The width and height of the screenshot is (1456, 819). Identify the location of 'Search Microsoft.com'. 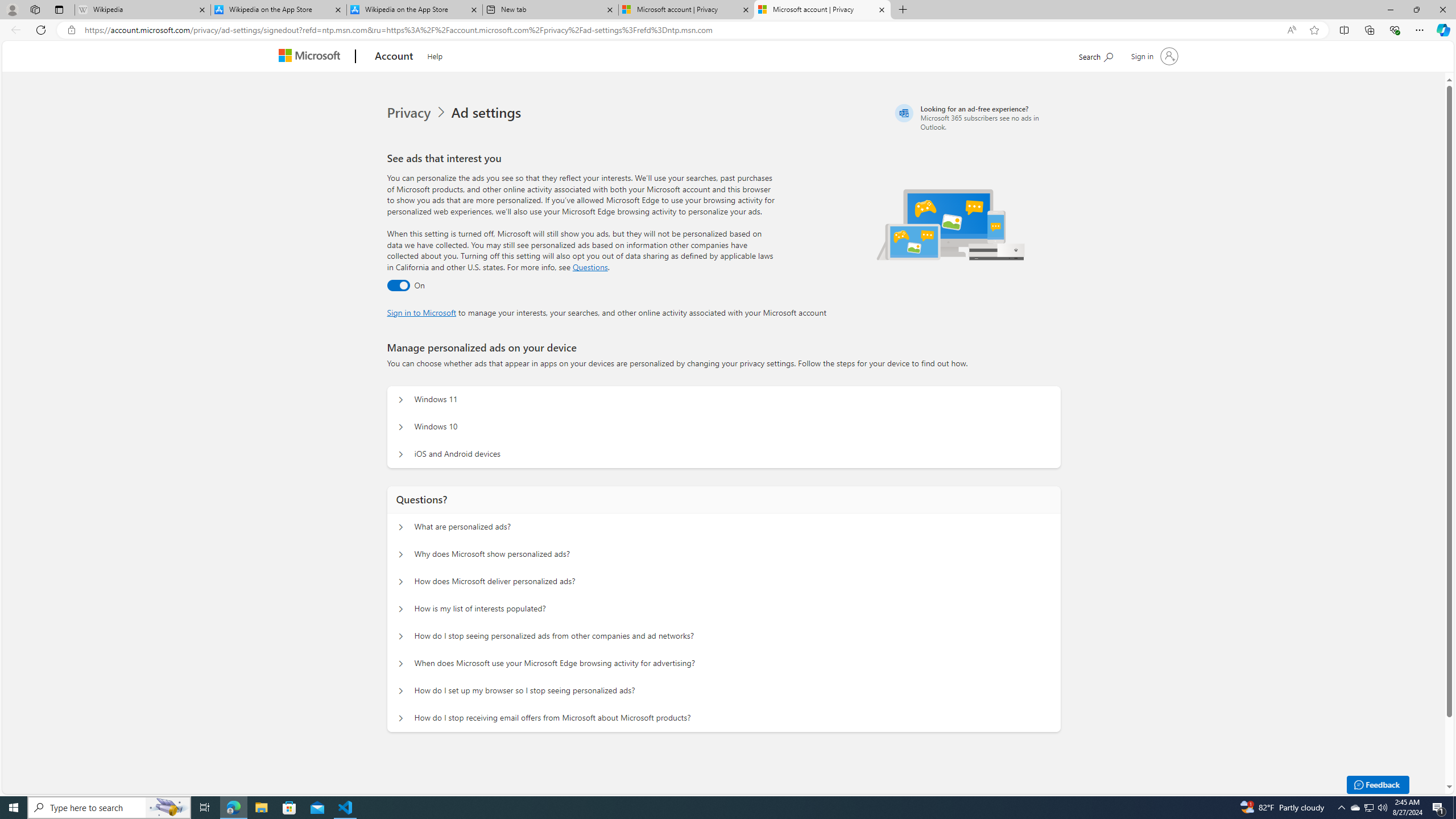
(1095, 55).